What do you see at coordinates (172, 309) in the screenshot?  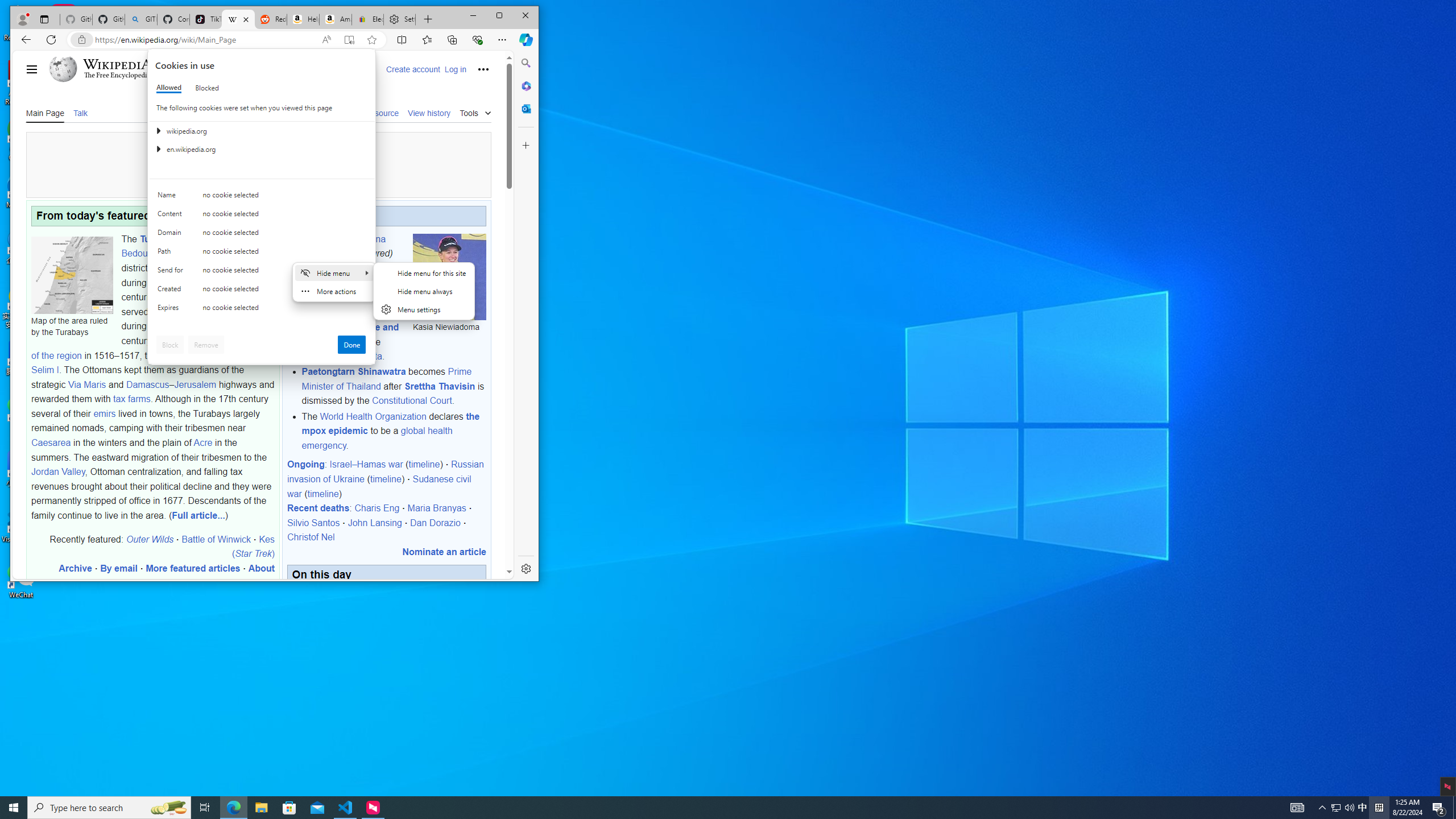 I see `'Expires'` at bounding box center [172, 309].